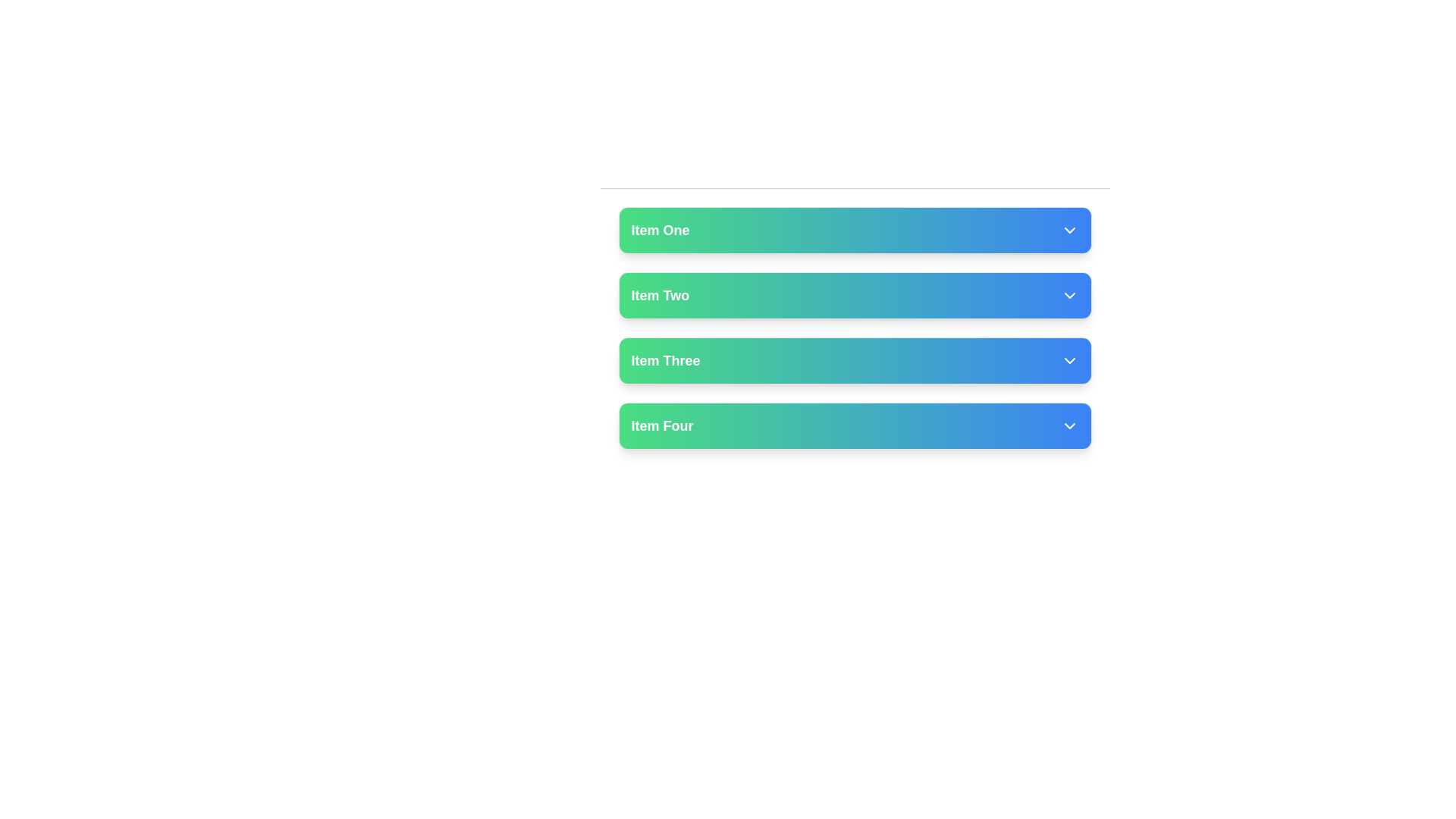 This screenshot has height=819, width=1456. Describe the element at coordinates (1068, 295) in the screenshot. I see `the Toggle icon located at the far right end of the second bar labeled 'Item Two'` at that location.